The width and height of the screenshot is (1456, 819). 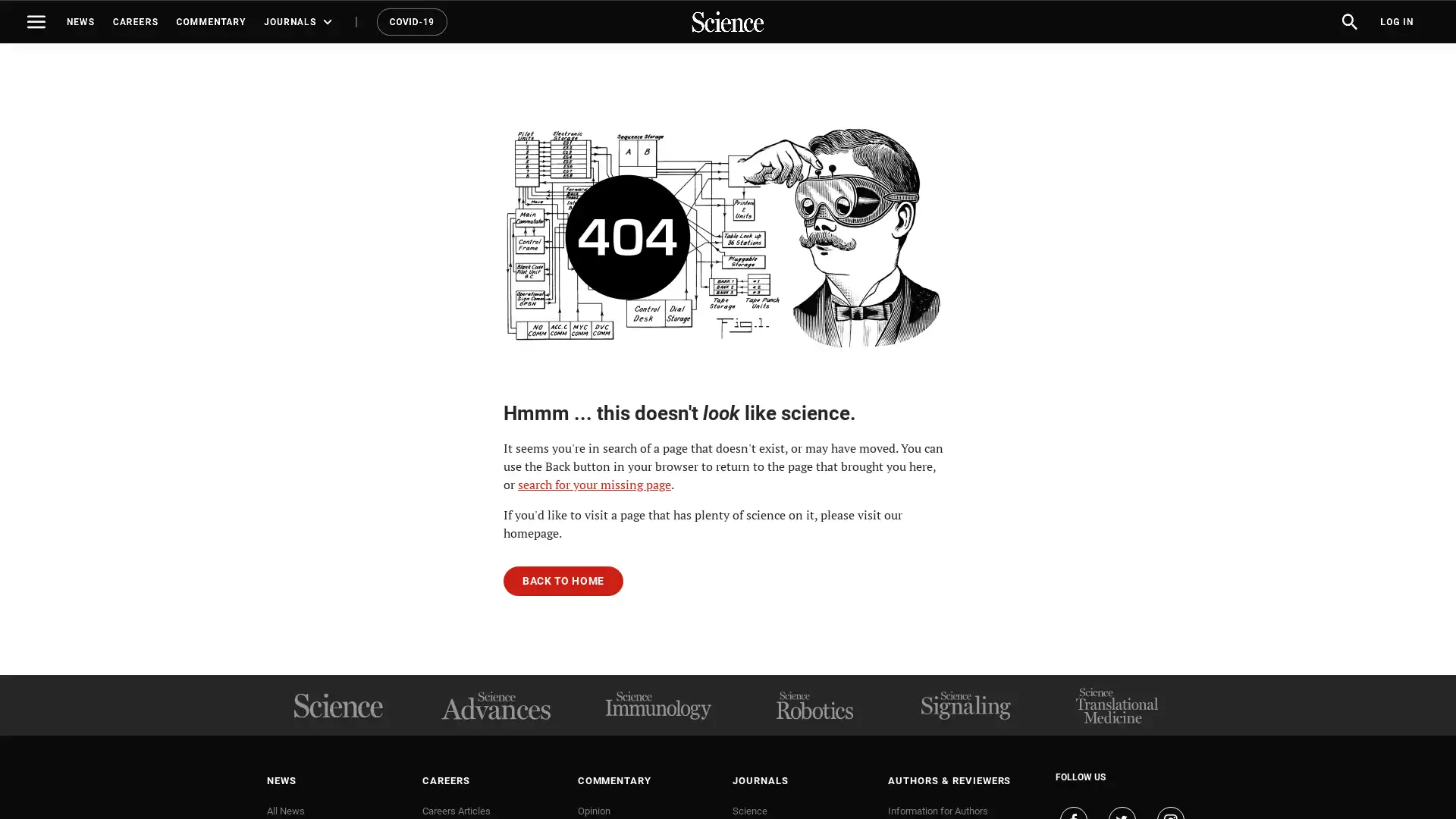 What do you see at coordinates (300, 22) in the screenshot?
I see `JOURNALS` at bounding box center [300, 22].